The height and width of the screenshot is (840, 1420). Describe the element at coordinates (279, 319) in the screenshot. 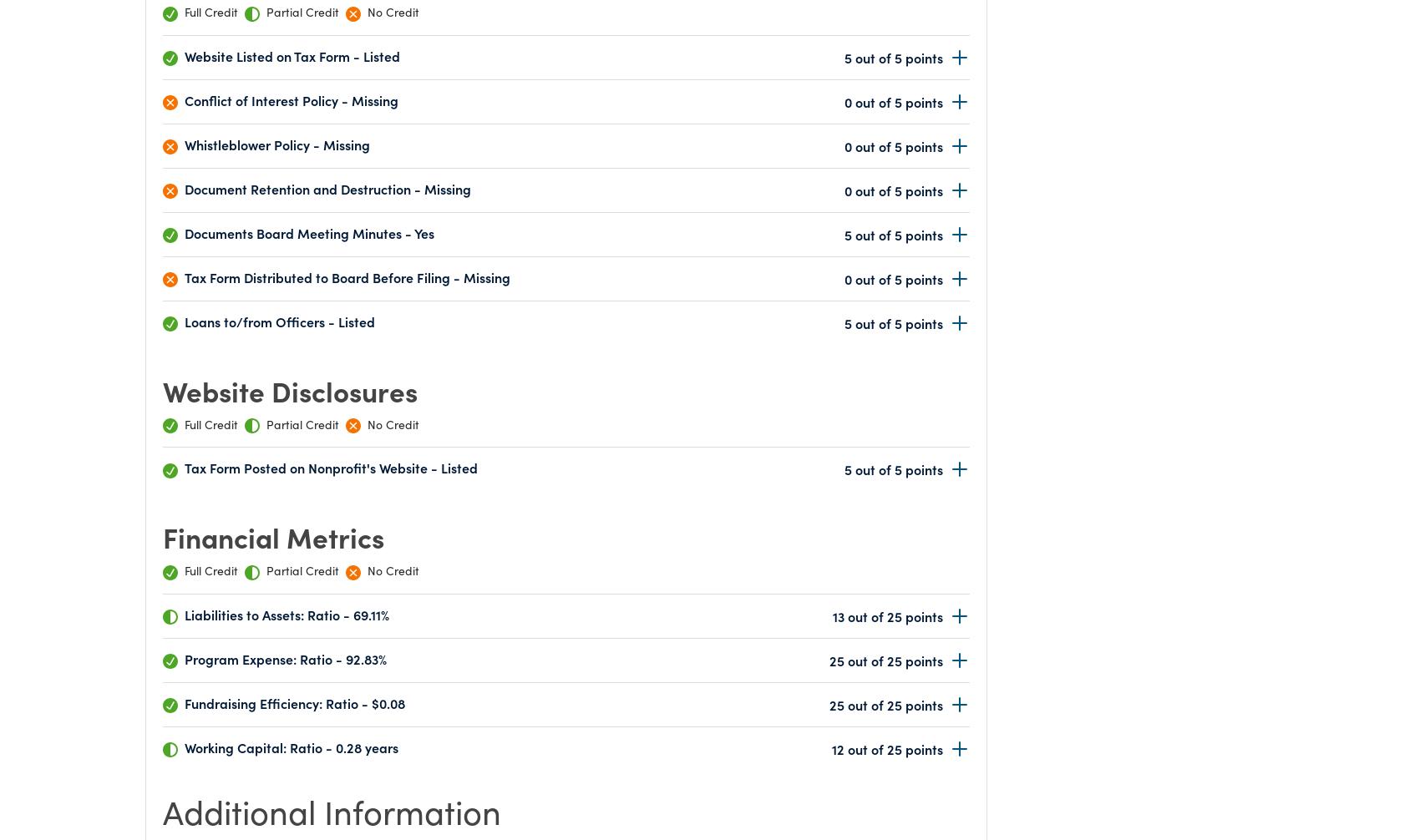

I see `'Loans to/from Officers - Listed'` at that location.